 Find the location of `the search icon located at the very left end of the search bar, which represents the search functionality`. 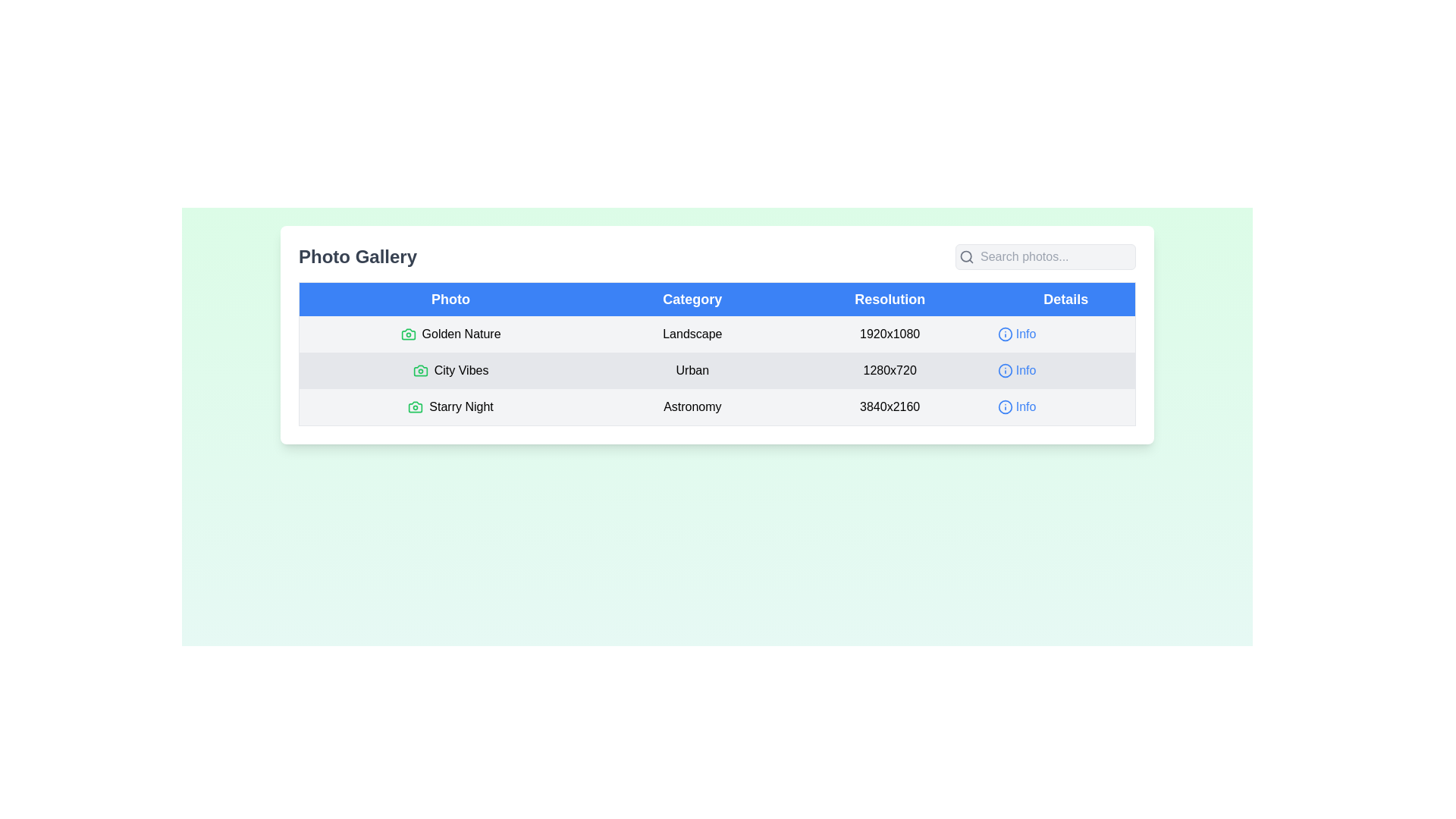

the search icon located at the very left end of the search bar, which represents the search functionality is located at coordinates (966, 256).